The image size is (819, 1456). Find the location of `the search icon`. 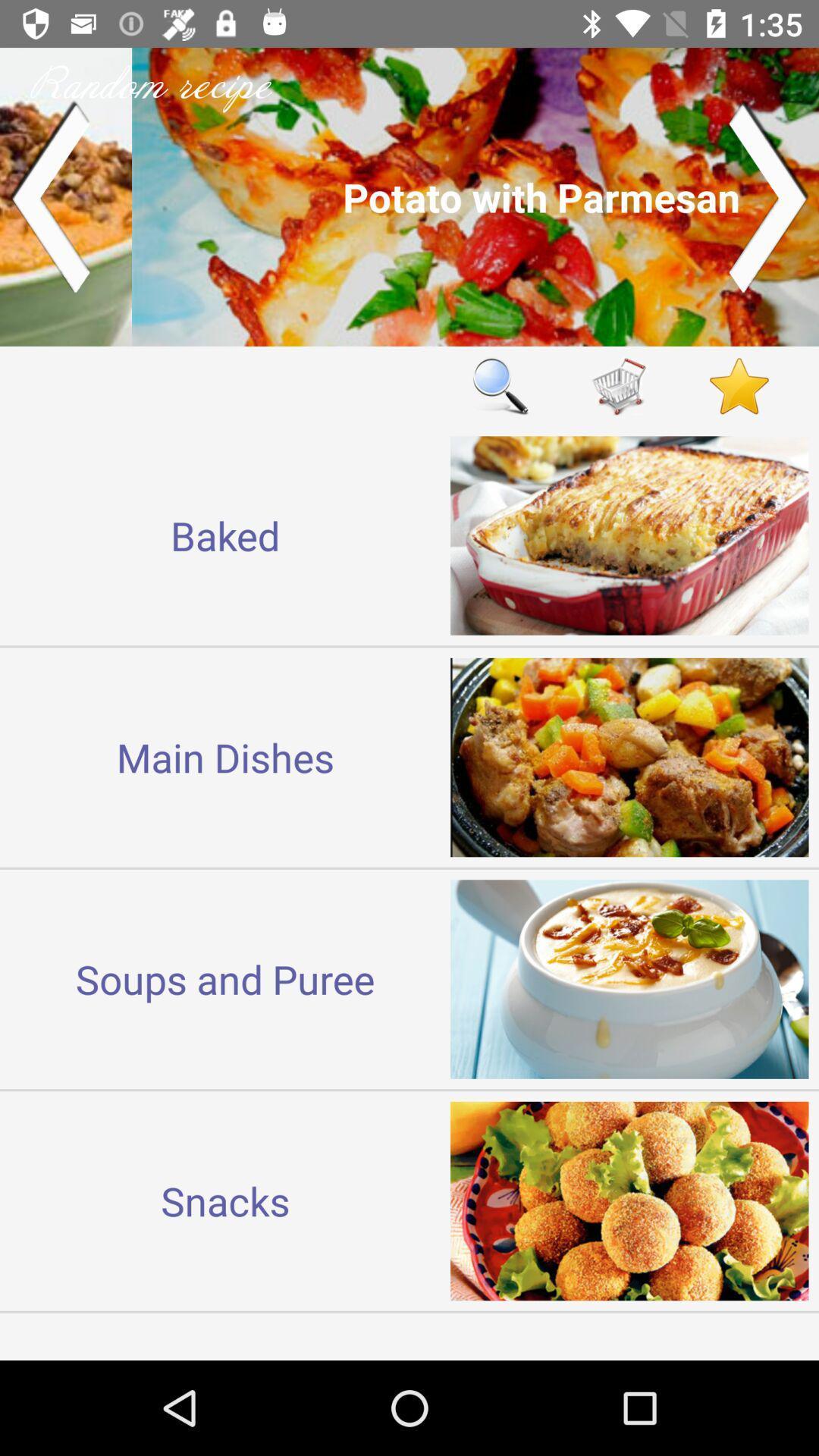

the search icon is located at coordinates (500, 386).